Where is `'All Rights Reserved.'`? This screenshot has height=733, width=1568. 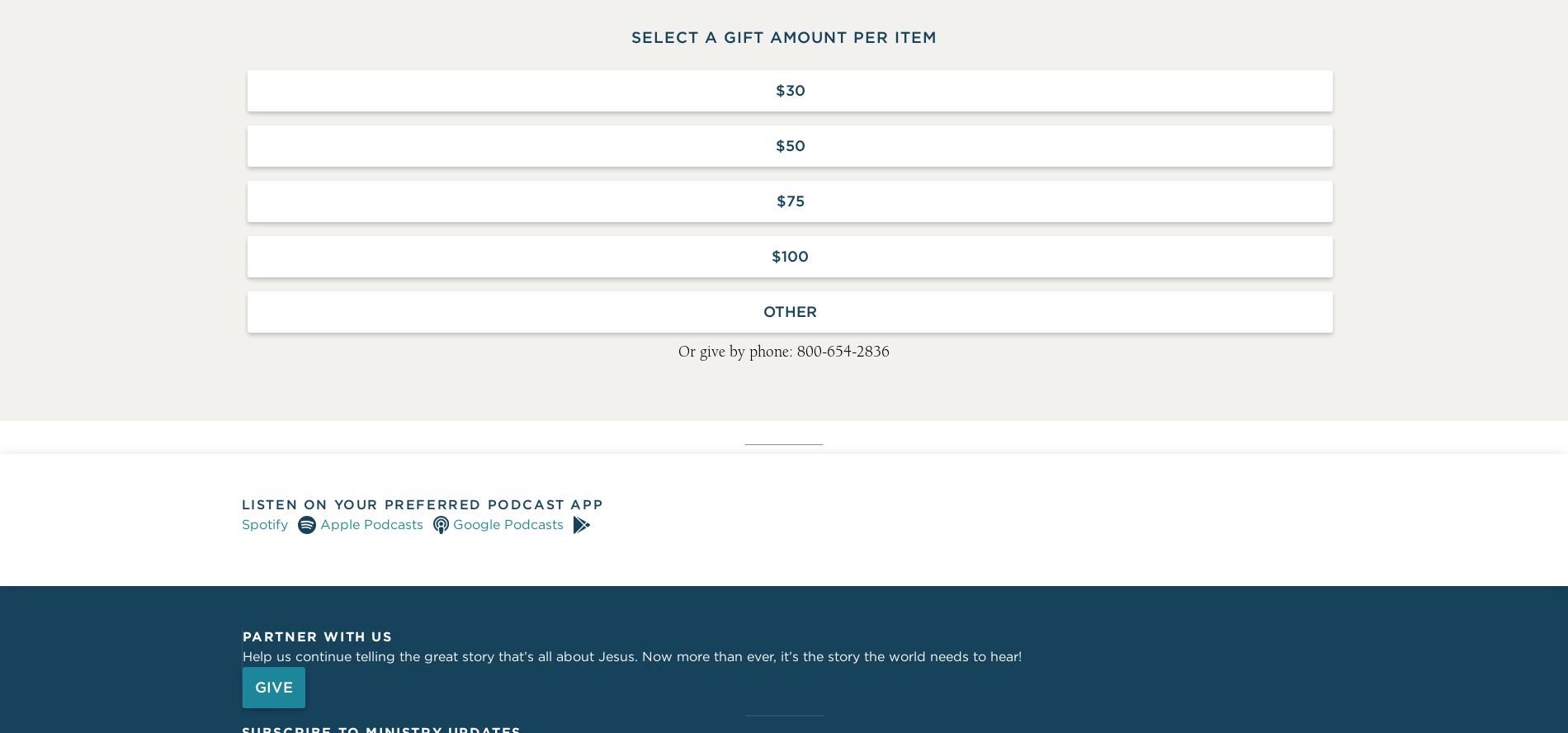
'All Rights Reserved.' is located at coordinates (583, 385).